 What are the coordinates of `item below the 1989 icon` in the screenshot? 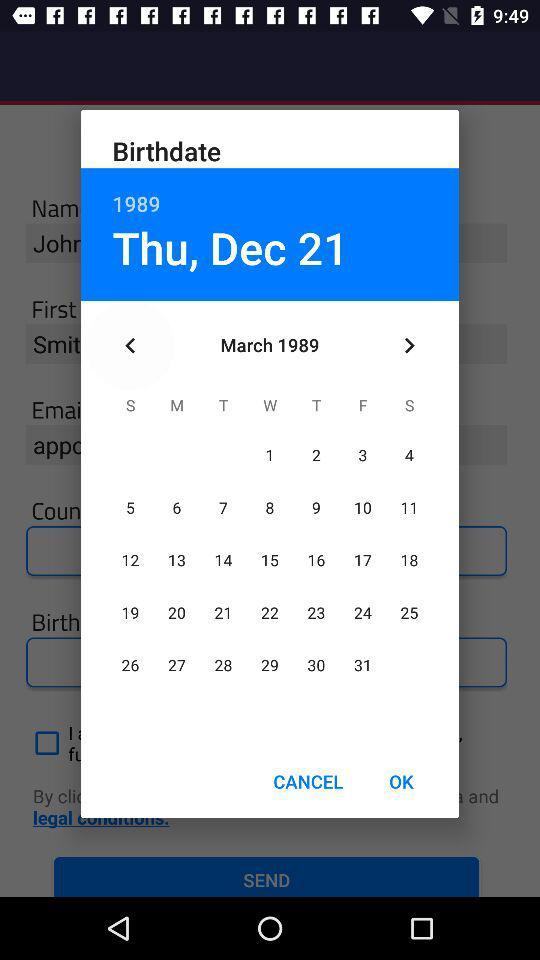 It's located at (229, 246).